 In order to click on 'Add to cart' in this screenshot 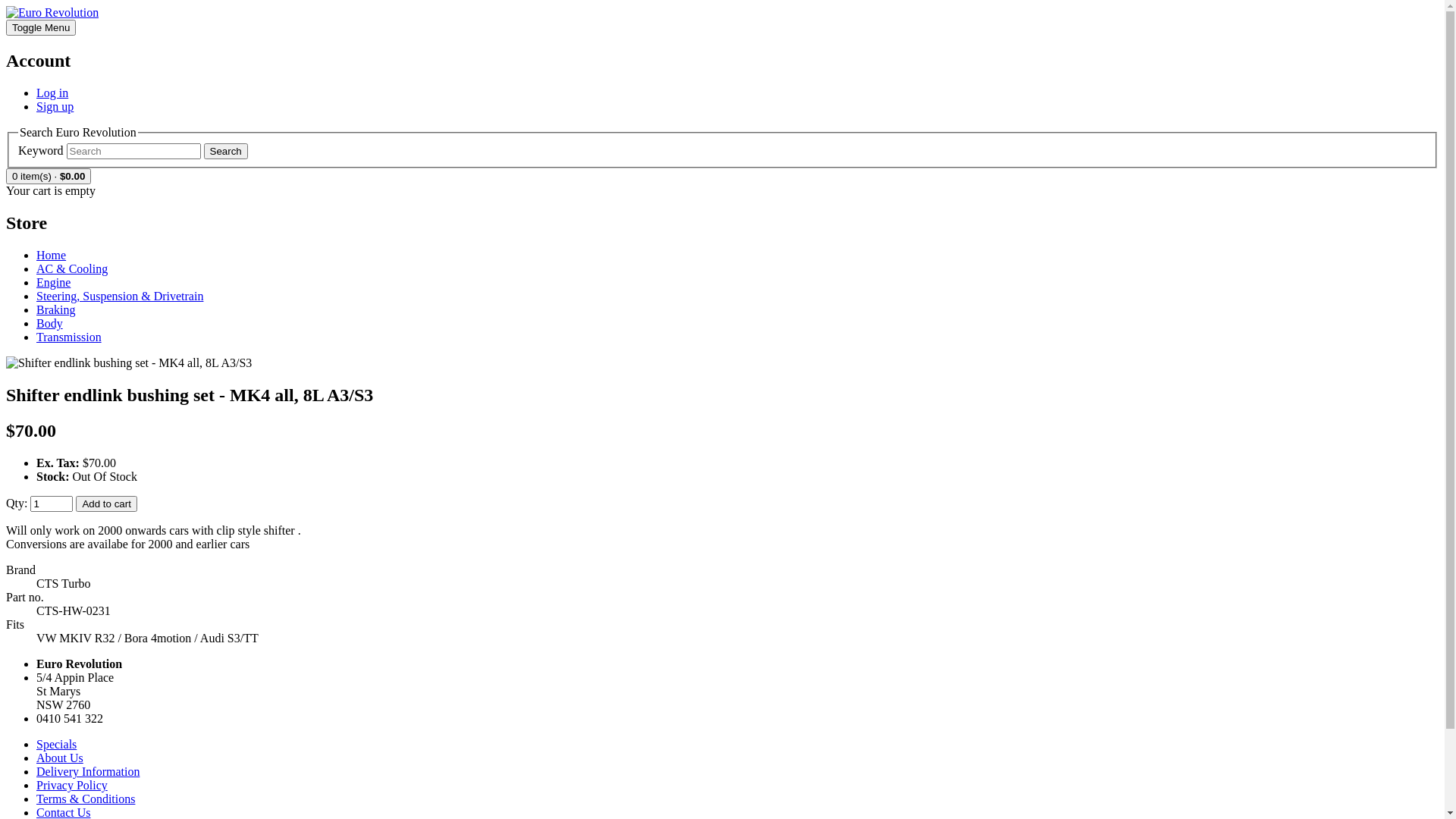, I will do `click(105, 504)`.